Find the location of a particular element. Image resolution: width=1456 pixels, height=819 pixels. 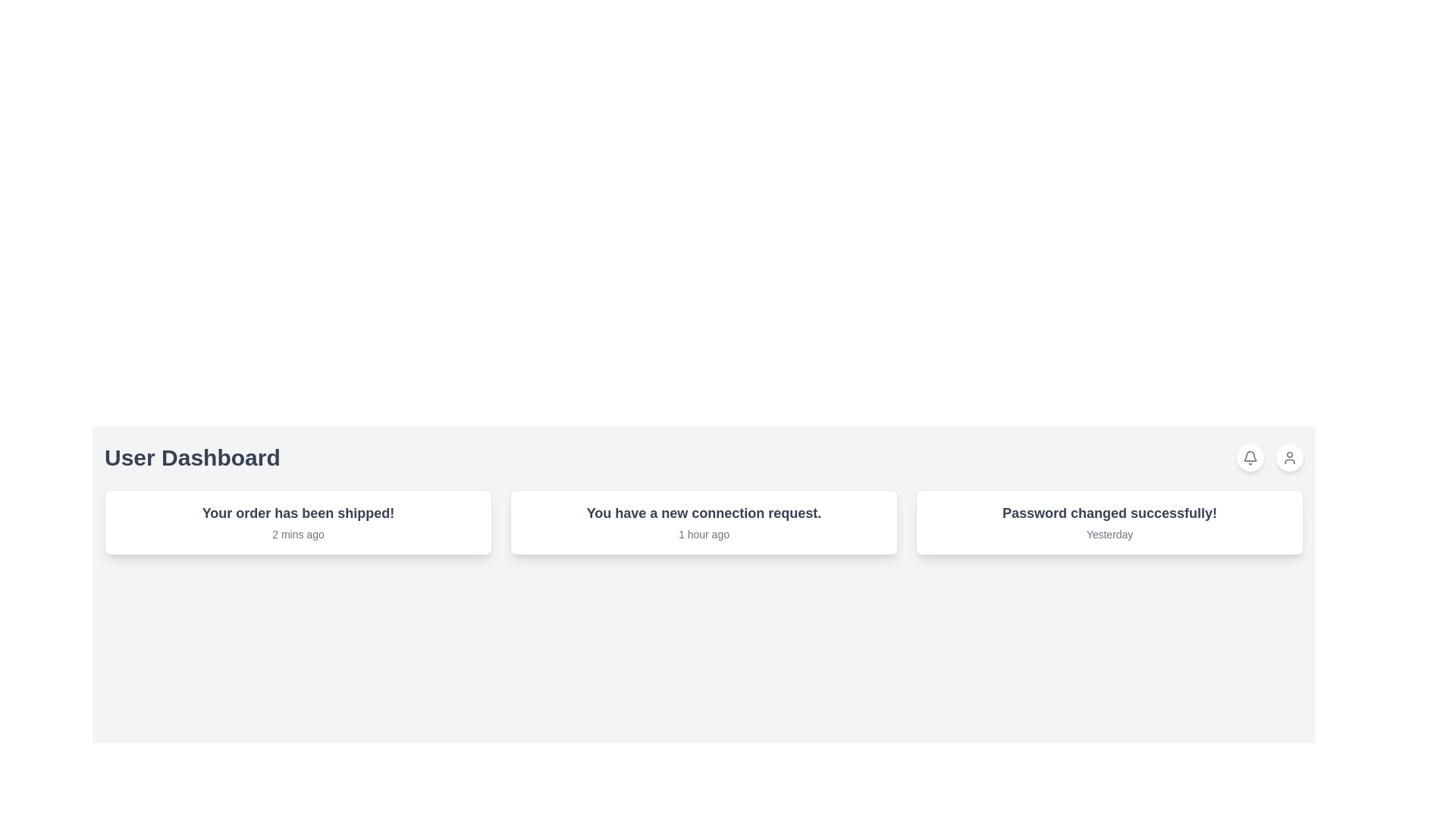

the notification panel trigger button located at the top right corner of the user interface, just to the left of the circular profile icon is located at coordinates (1250, 457).